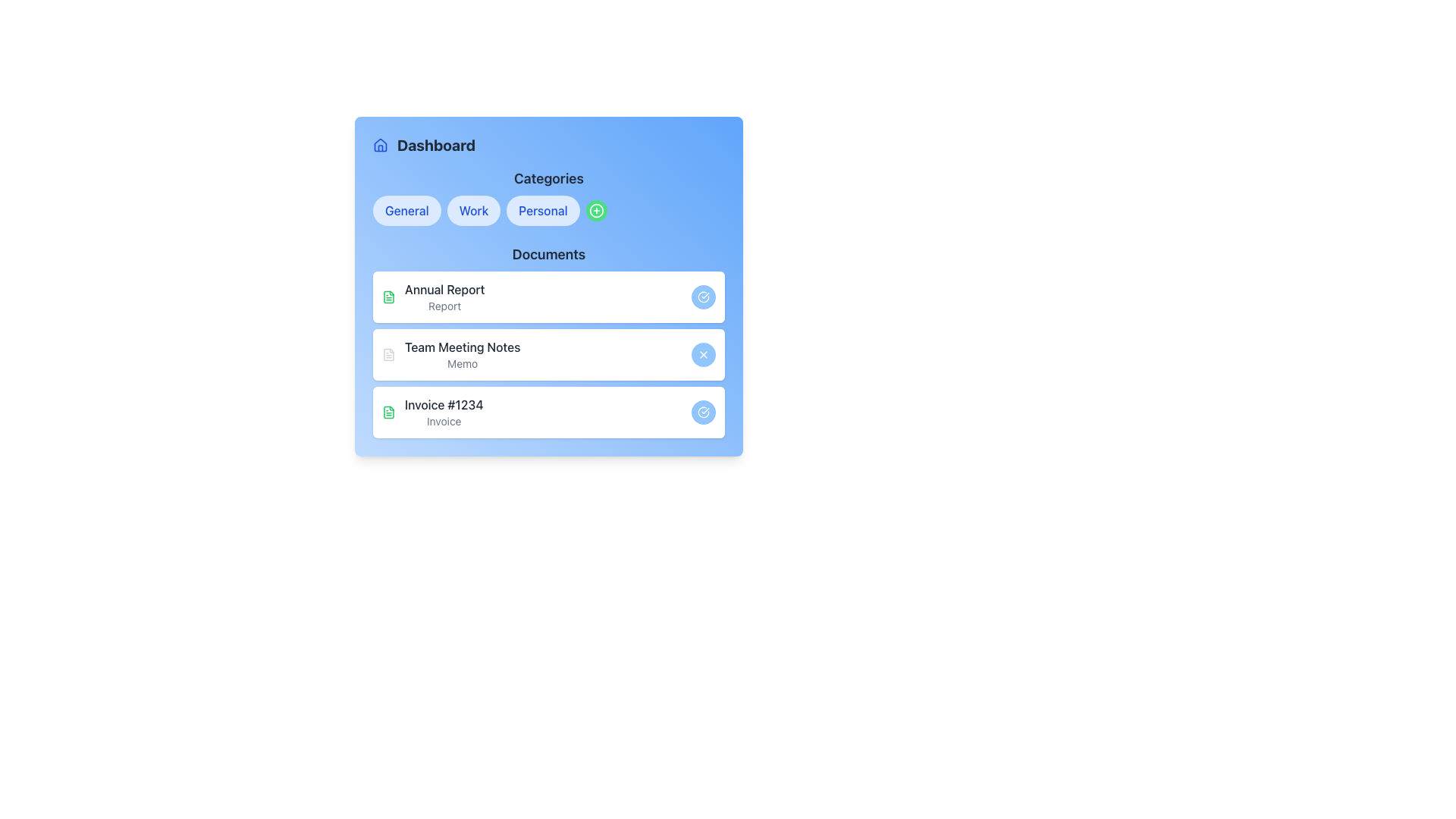 The height and width of the screenshot is (819, 1456). What do you see at coordinates (444, 289) in the screenshot?
I see `text element that displays 'Annual Report', which is bold and located within the first document card under the 'Documents' header` at bounding box center [444, 289].